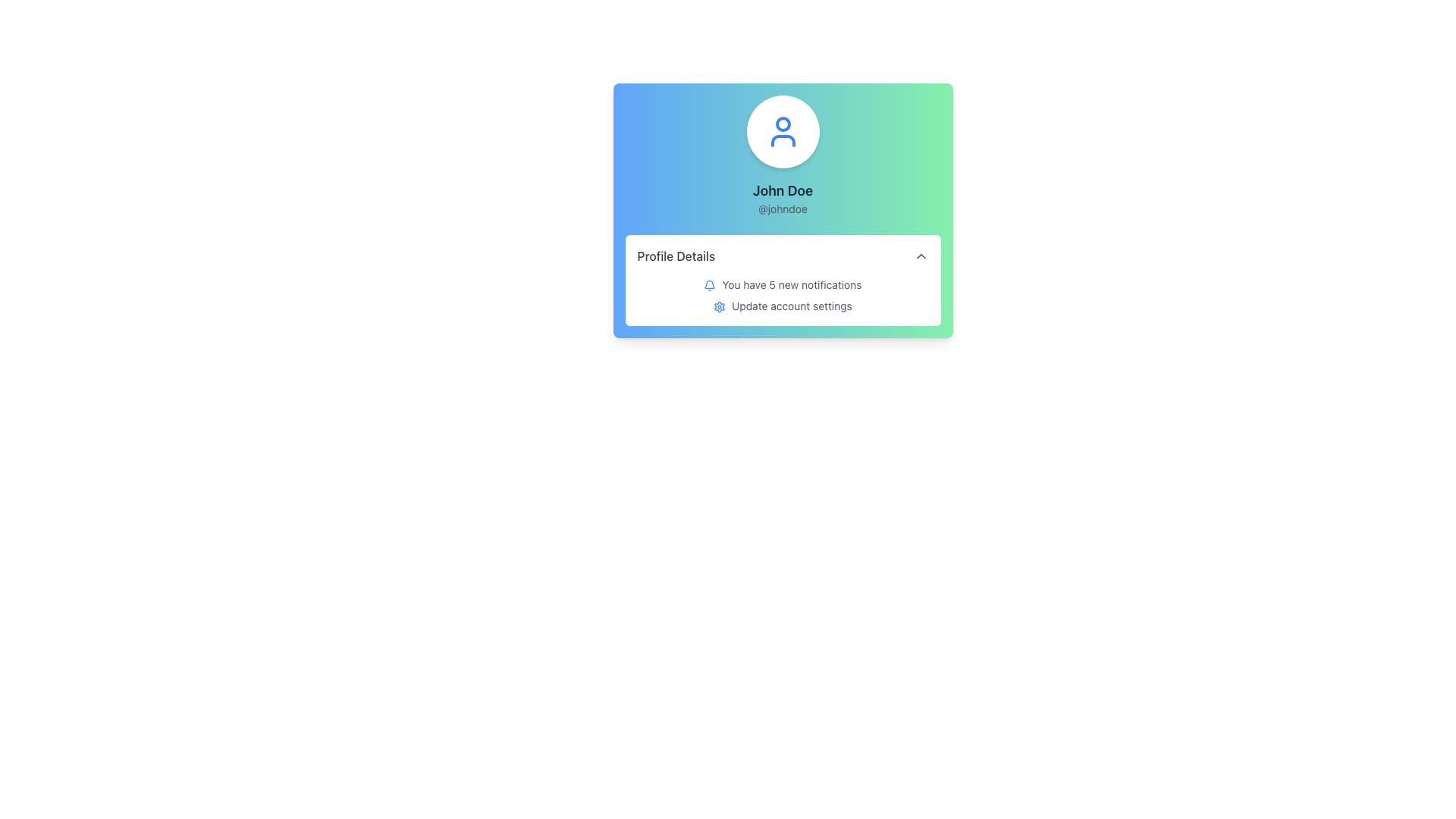 The height and width of the screenshot is (819, 1456). What do you see at coordinates (675, 256) in the screenshot?
I see `the text label that serves as a title for a collapsible section related to the user's profile` at bounding box center [675, 256].